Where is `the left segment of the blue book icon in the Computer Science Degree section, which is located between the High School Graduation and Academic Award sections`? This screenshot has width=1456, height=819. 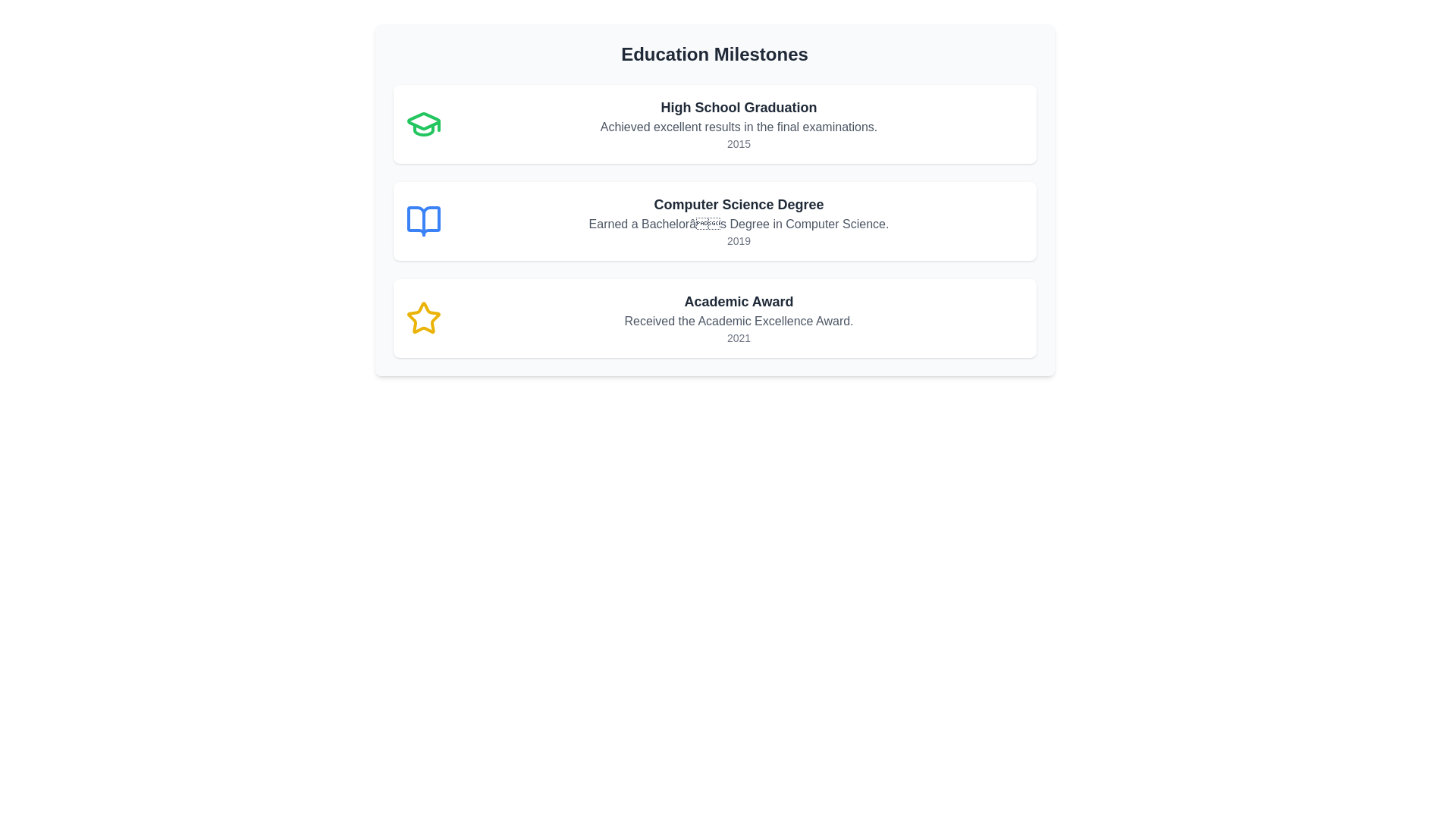
the left segment of the blue book icon in the Computer Science Degree section, which is located between the High School Graduation and Academic Award sections is located at coordinates (423, 221).